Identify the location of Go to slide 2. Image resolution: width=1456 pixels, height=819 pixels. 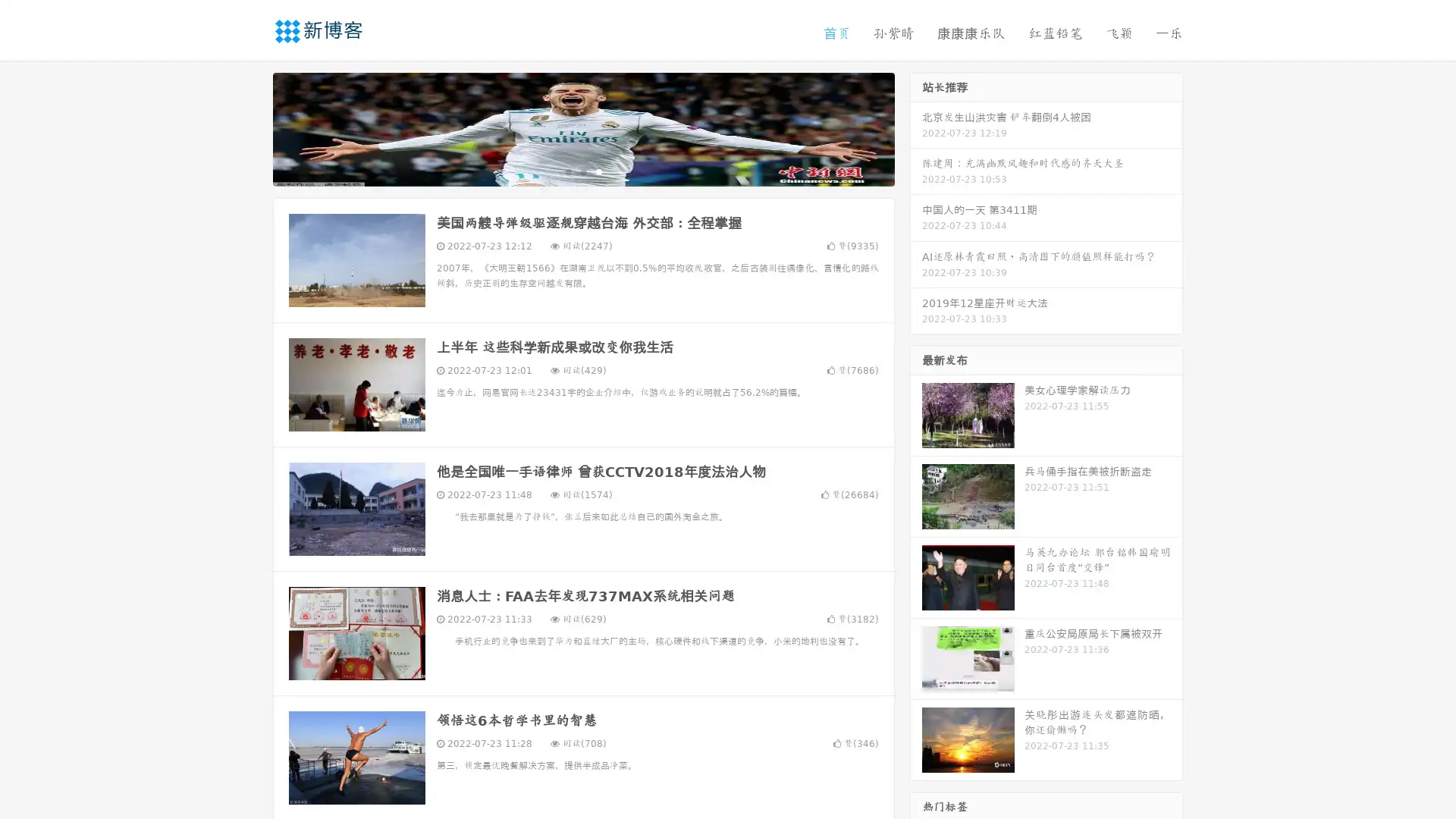
(582, 171).